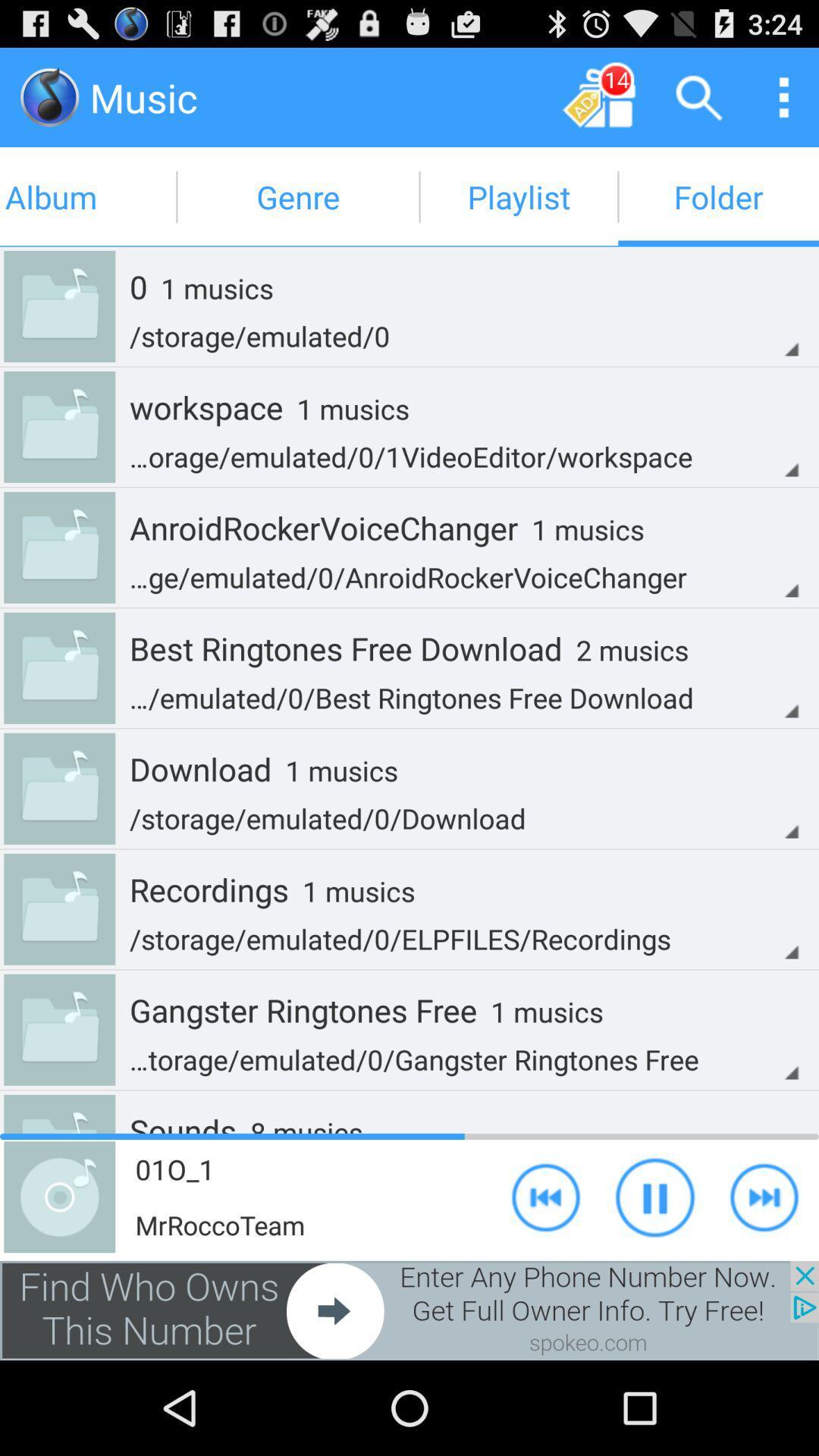 This screenshot has width=819, height=1456. Describe the element at coordinates (654, 1196) in the screenshot. I see `play option` at that location.